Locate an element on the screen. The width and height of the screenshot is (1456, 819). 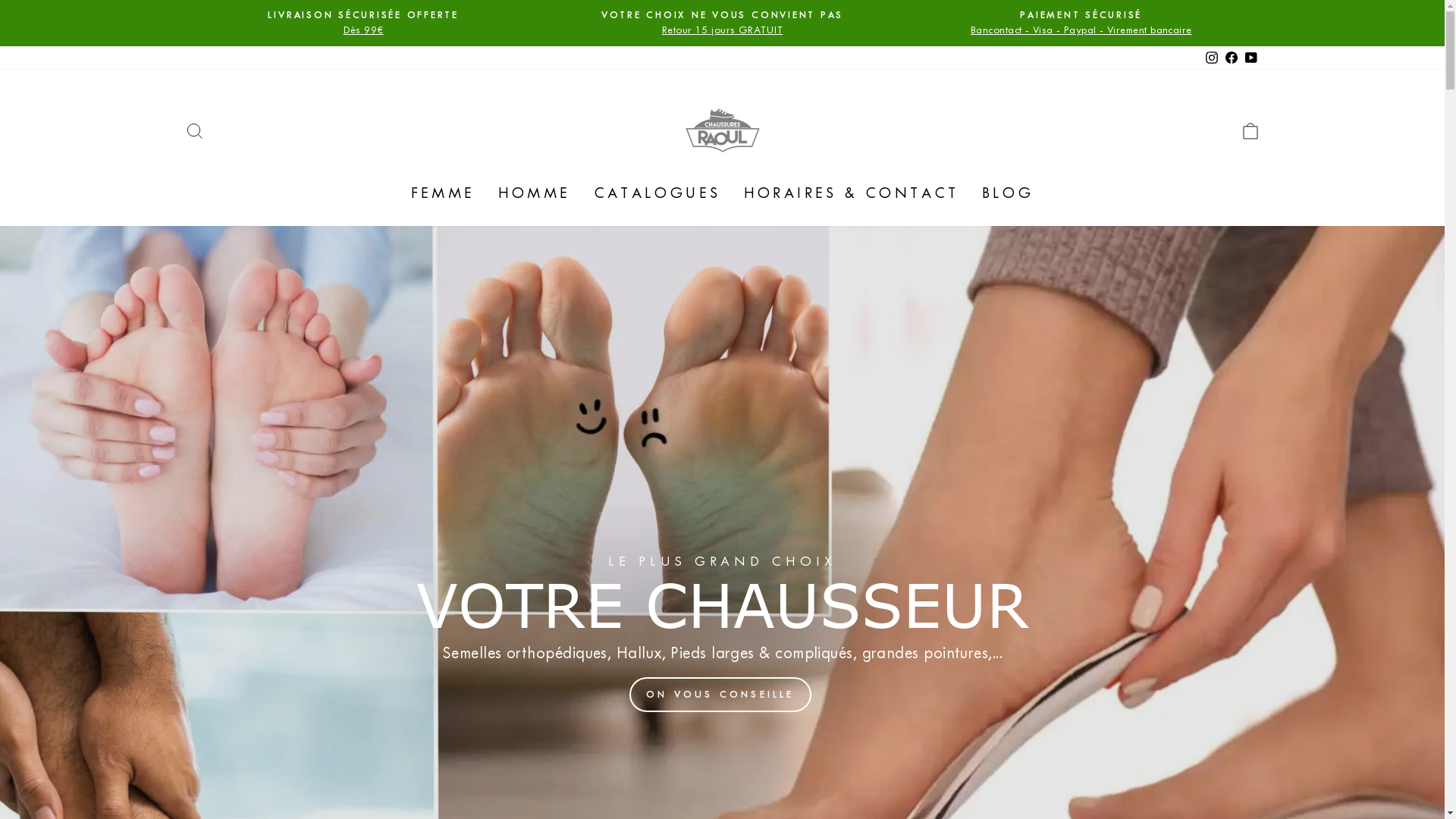
'BLOG' is located at coordinates (1008, 192).